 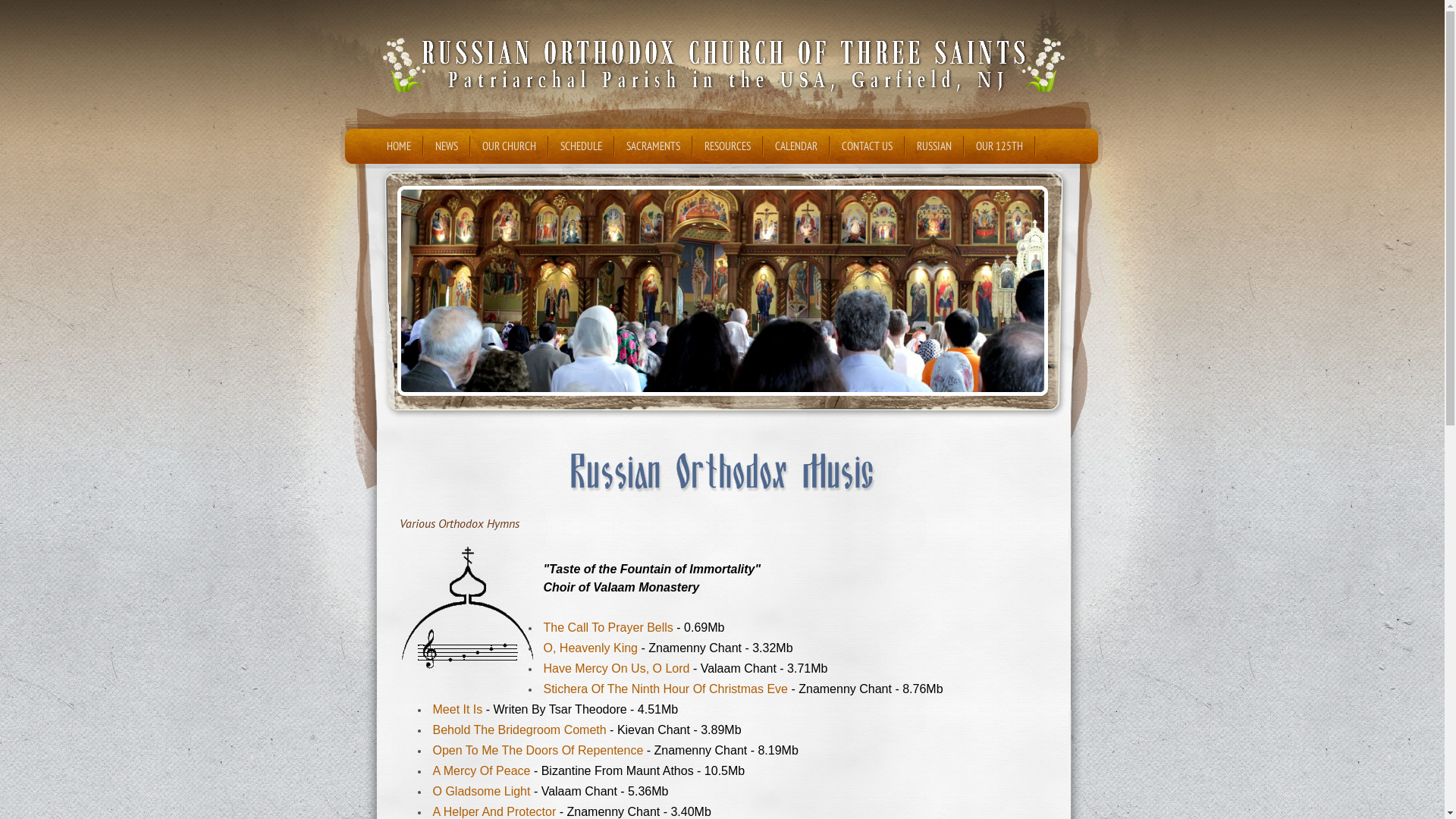 What do you see at coordinates (494, 811) in the screenshot?
I see `'A Helper And Protector'` at bounding box center [494, 811].